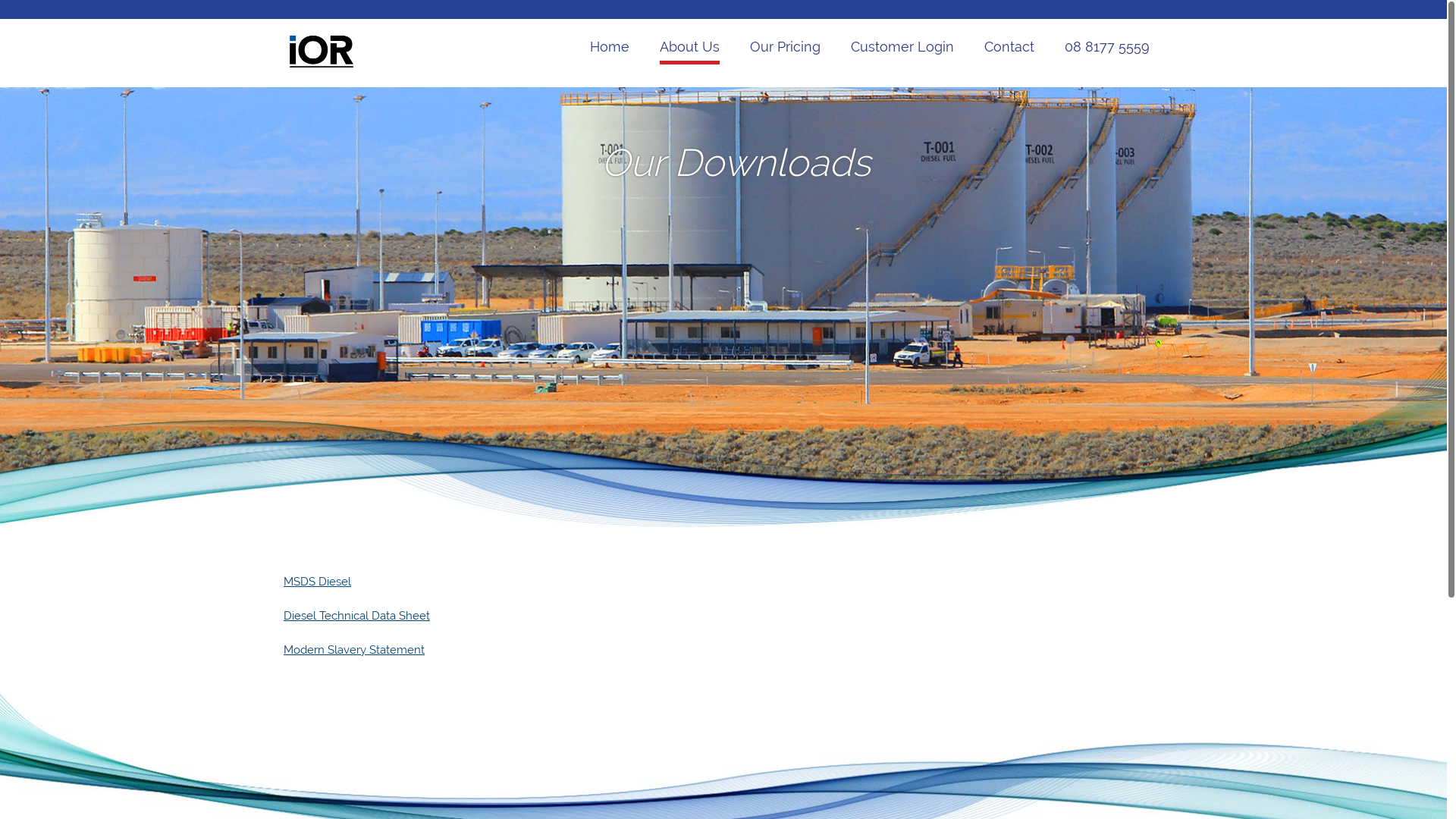 This screenshot has height=819, width=1456. Describe the element at coordinates (356, 616) in the screenshot. I see `'Diesel Technical Data Sheet'` at that location.